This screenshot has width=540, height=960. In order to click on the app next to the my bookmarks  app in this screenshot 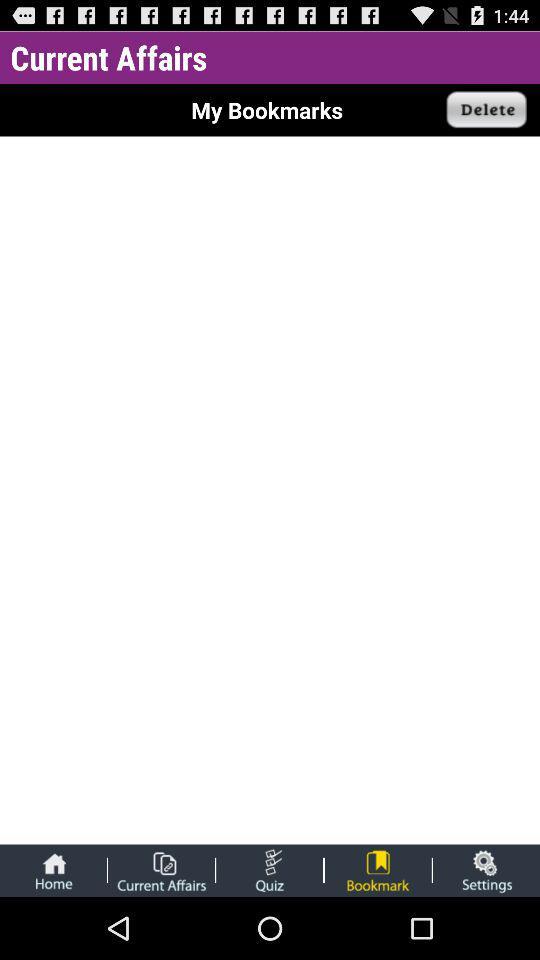, I will do `click(486, 110)`.